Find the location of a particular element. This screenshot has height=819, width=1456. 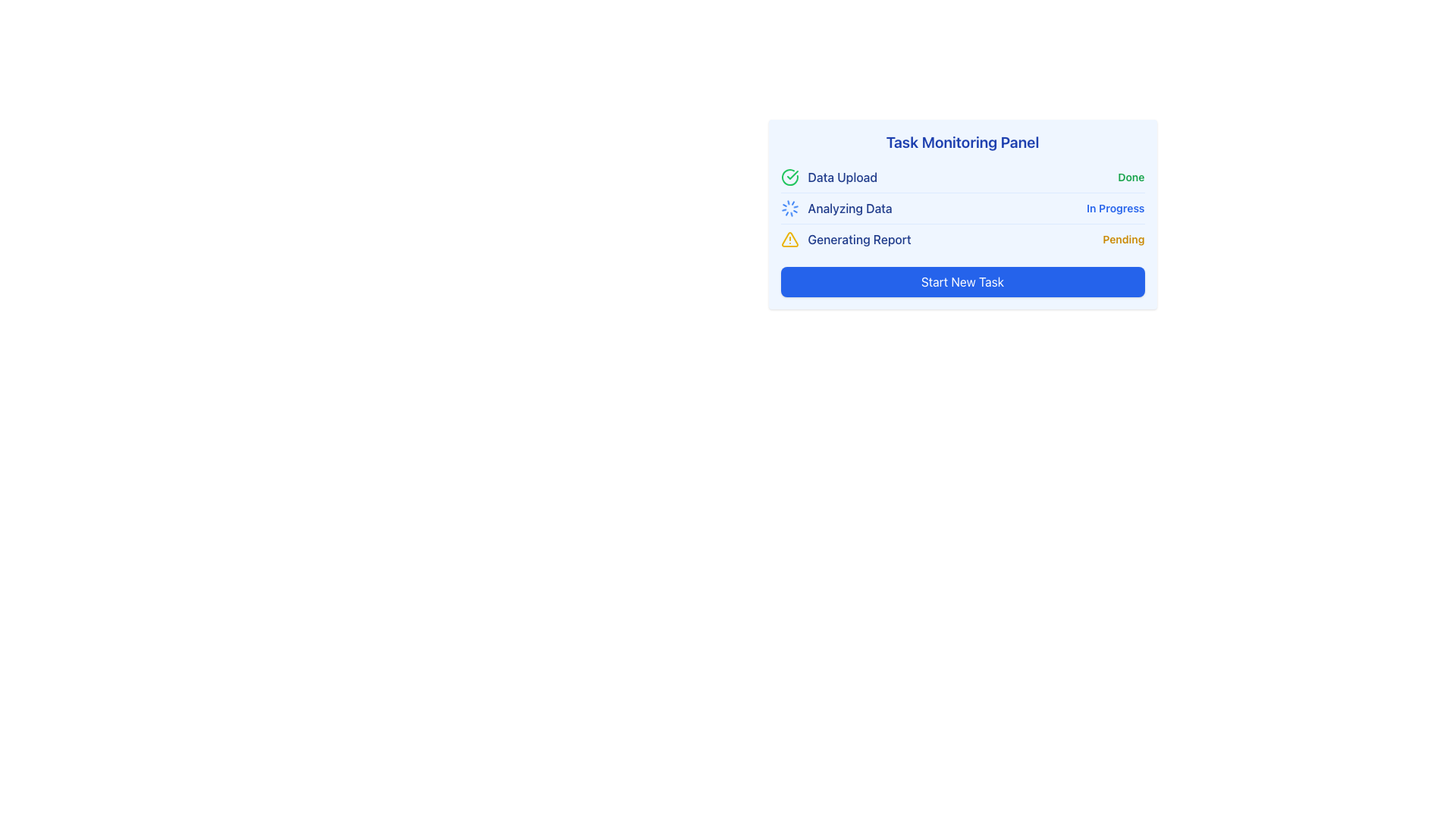

text of the text label 'Data Upload' styled with dark blue font color and medium font weight, located next to a green checkmark icon in the task list is located at coordinates (842, 177).